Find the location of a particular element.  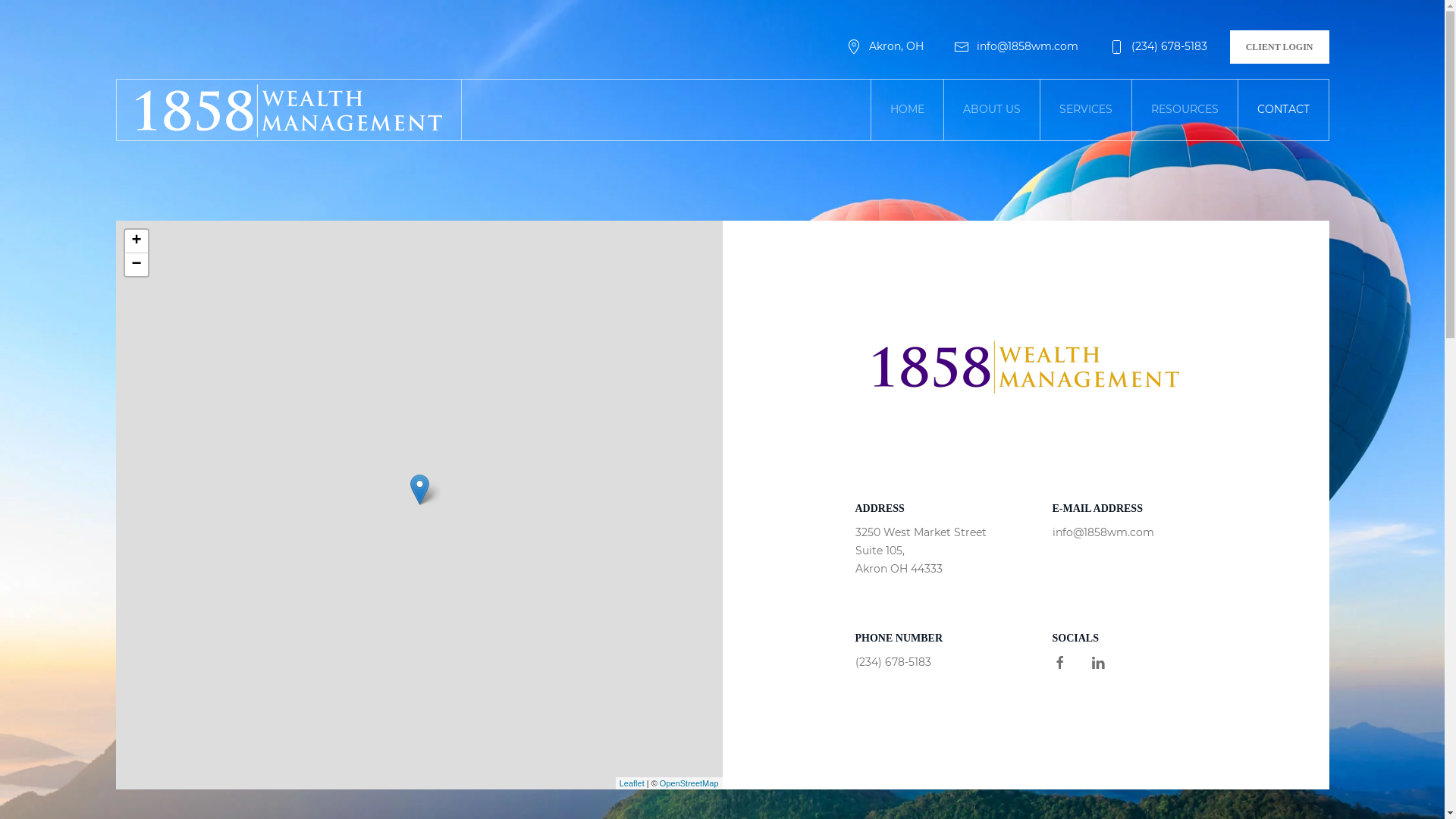

'ABOUT US' is located at coordinates (991, 109).